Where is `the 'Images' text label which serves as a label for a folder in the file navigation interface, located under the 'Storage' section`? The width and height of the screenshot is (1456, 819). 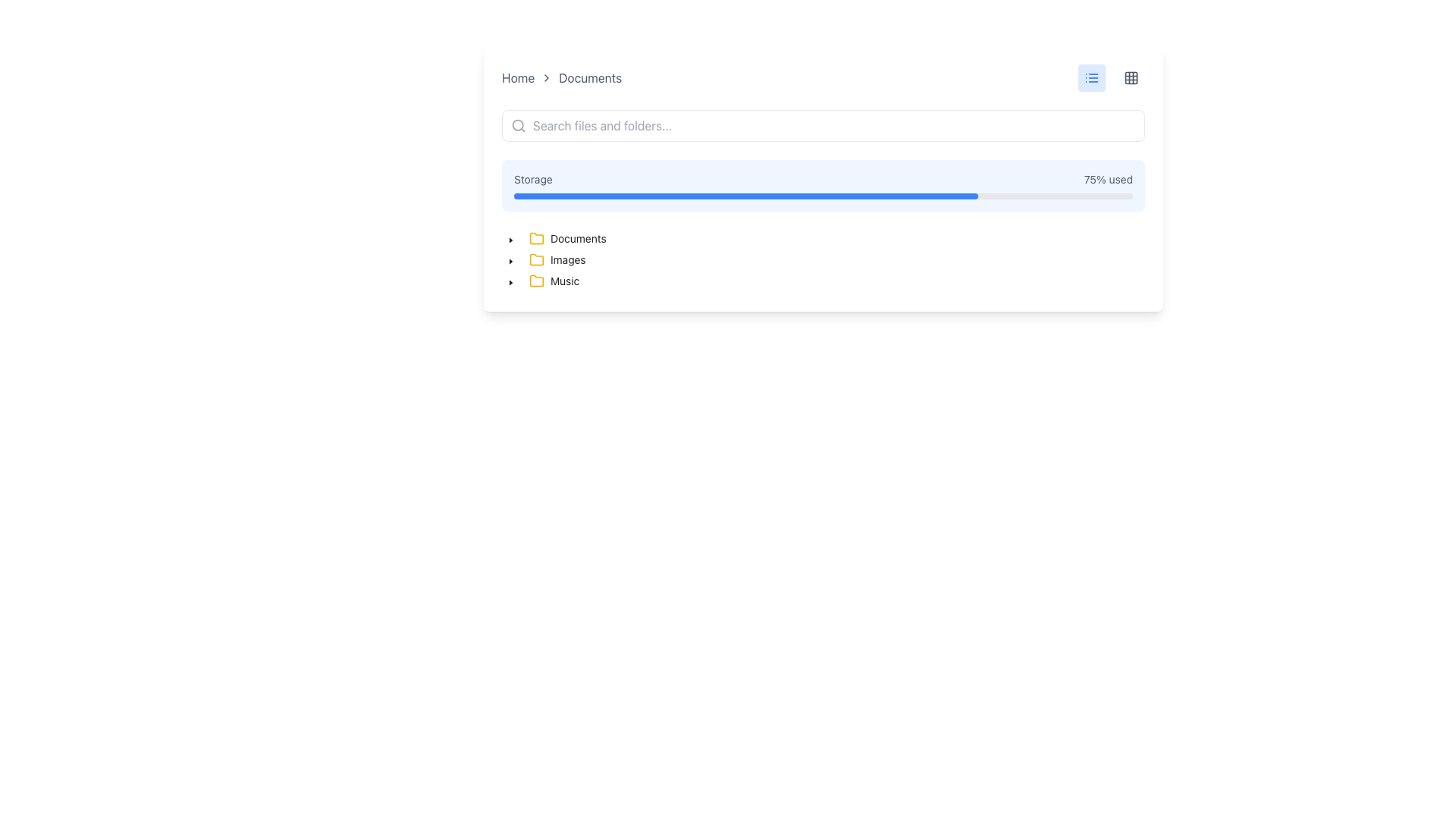
the 'Images' text label which serves as a label for a folder in the file navigation interface, located under the 'Storage' section is located at coordinates (567, 259).